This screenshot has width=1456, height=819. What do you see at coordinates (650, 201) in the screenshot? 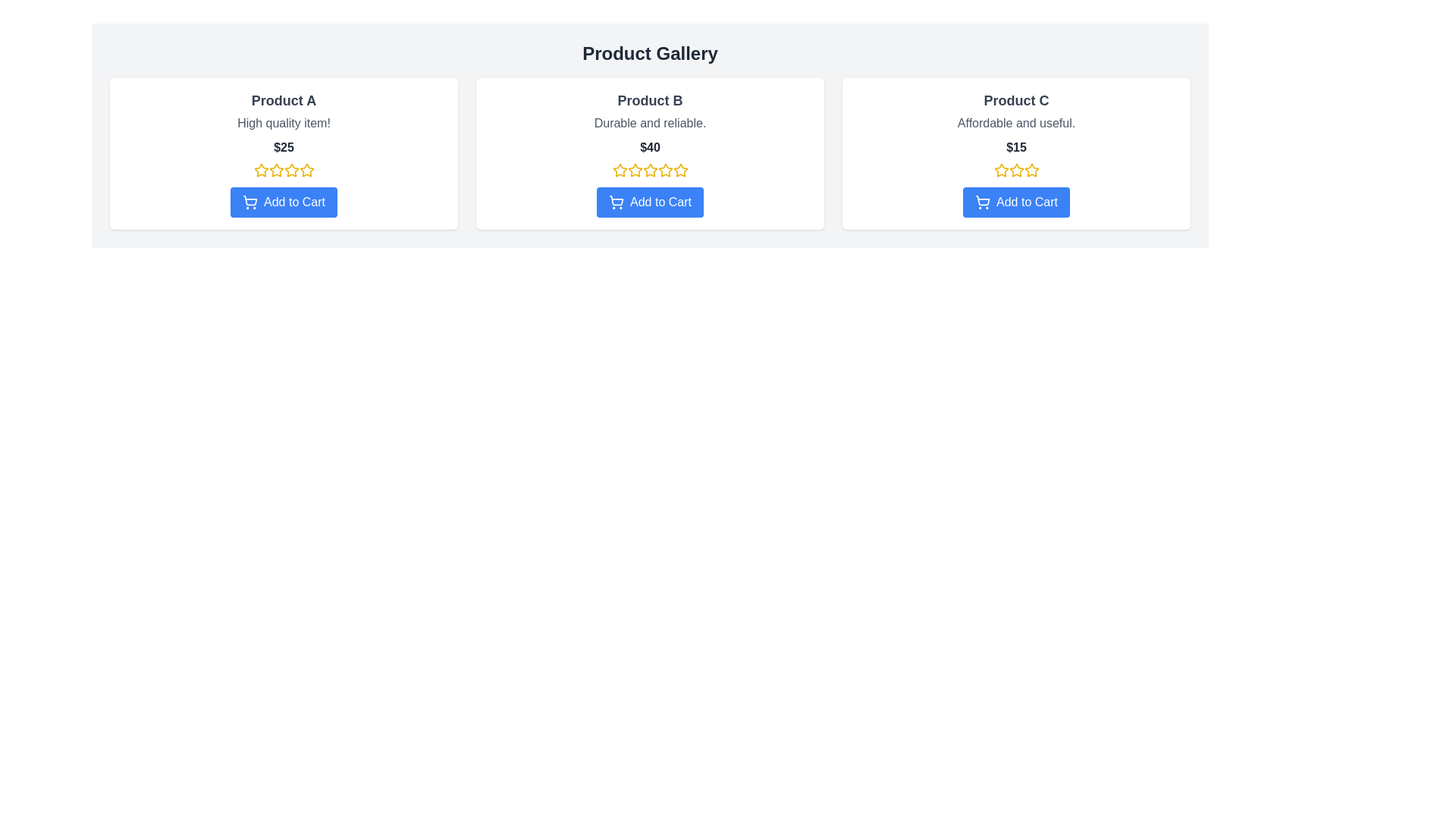
I see `the blue rectangular button with rounded corners labeled 'Add to Cart'` at bounding box center [650, 201].